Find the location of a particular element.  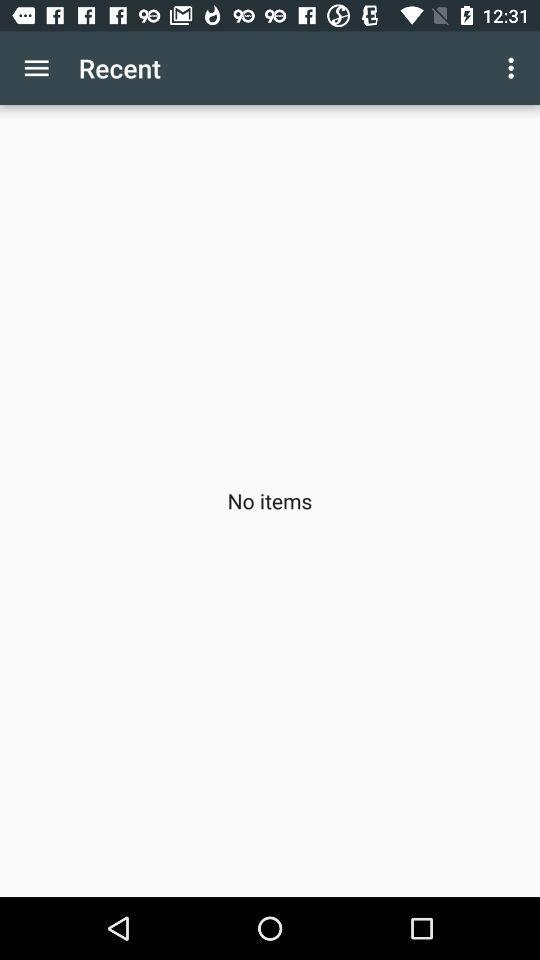

the app above no items icon is located at coordinates (513, 68).